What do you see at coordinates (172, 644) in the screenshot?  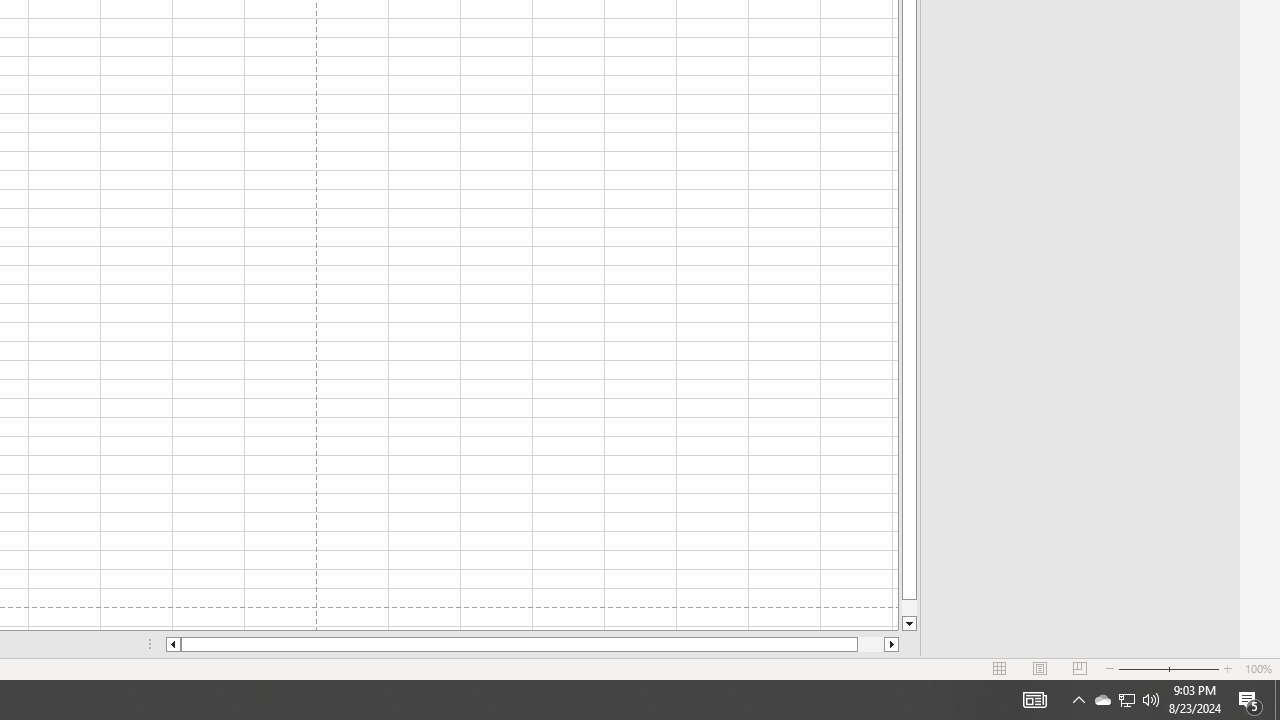 I see `'Column left'` at bounding box center [172, 644].